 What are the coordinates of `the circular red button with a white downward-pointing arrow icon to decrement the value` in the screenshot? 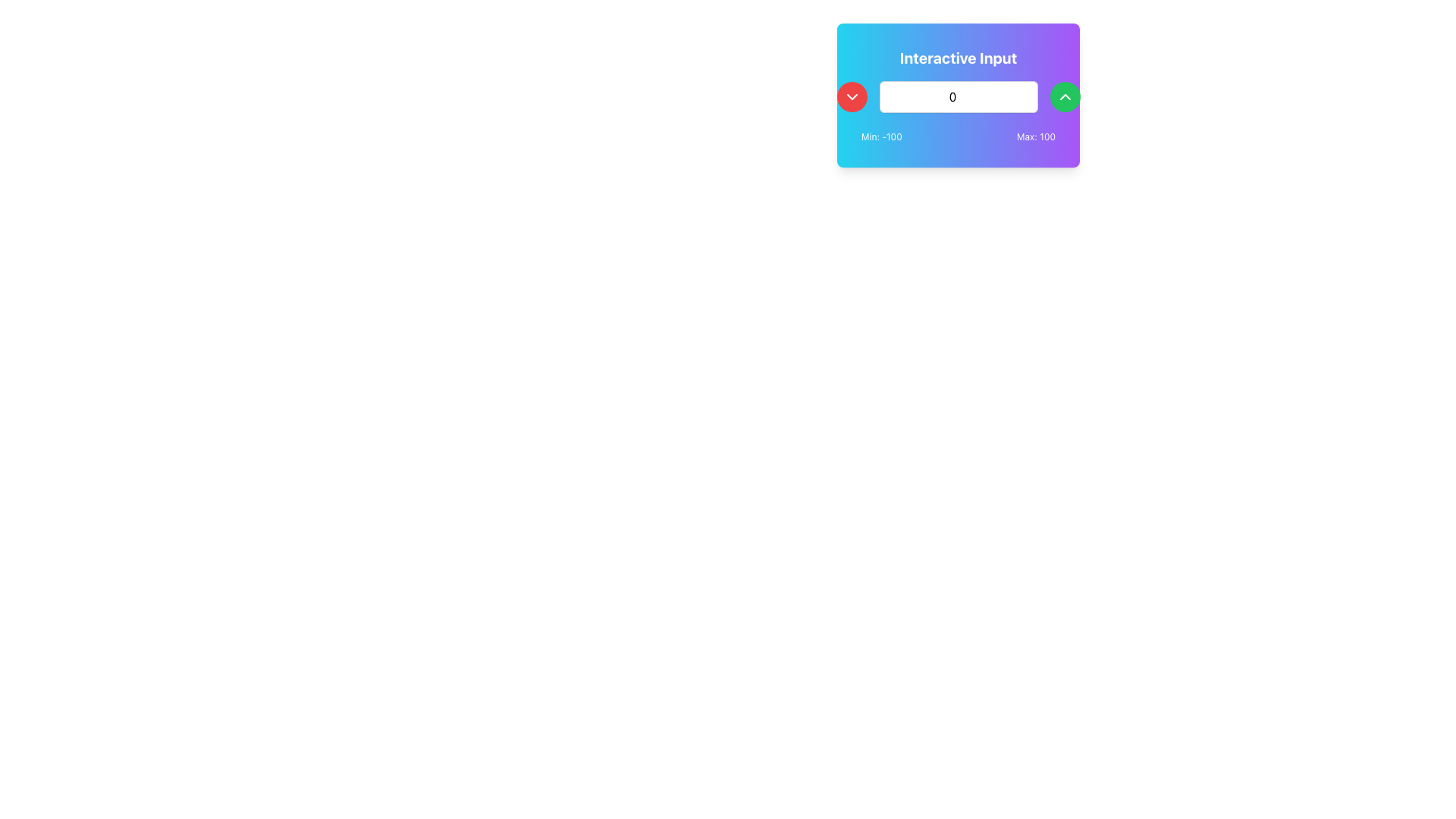 It's located at (852, 96).